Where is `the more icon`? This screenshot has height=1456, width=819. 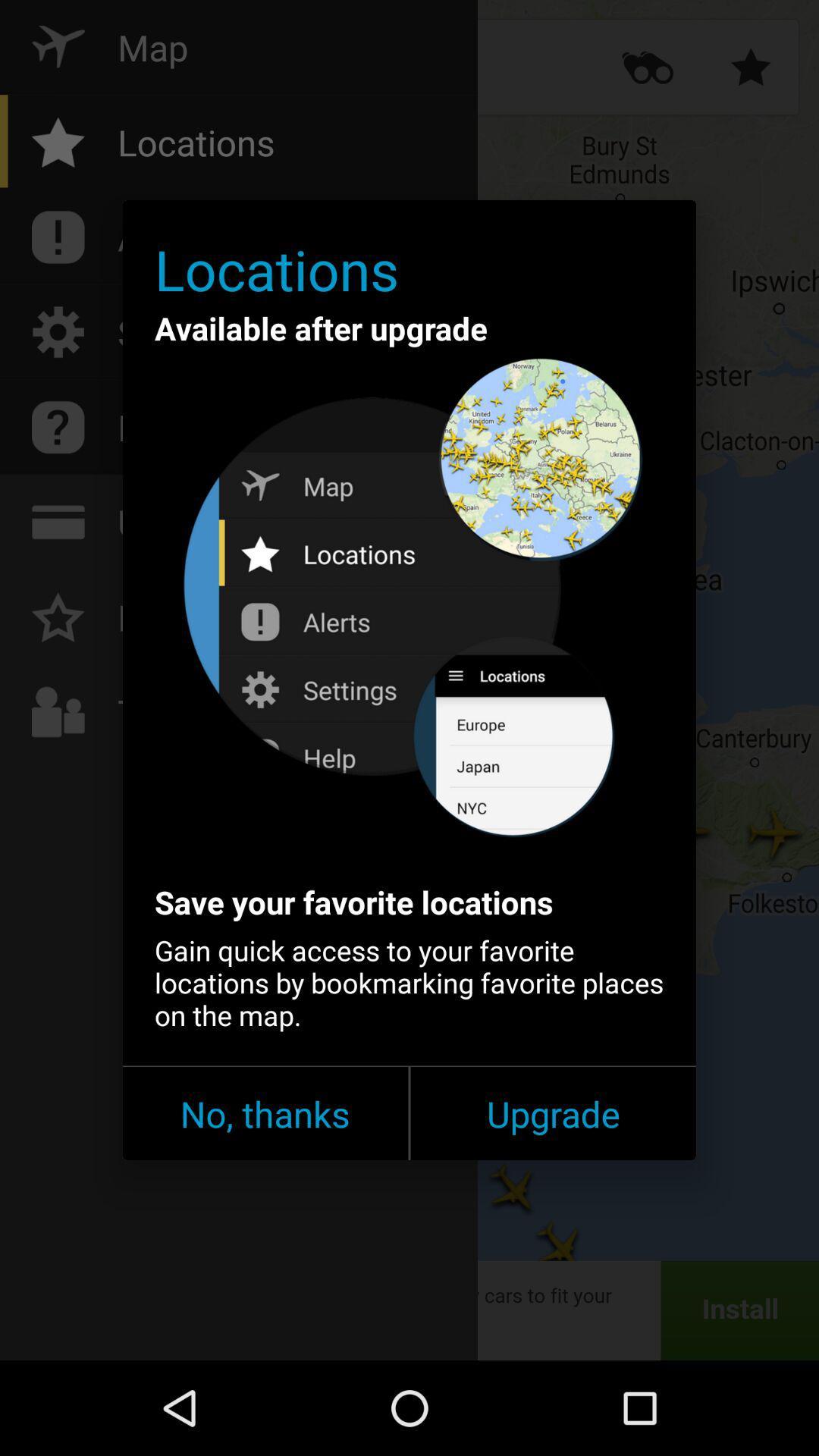
the more icon is located at coordinates (648, 67).